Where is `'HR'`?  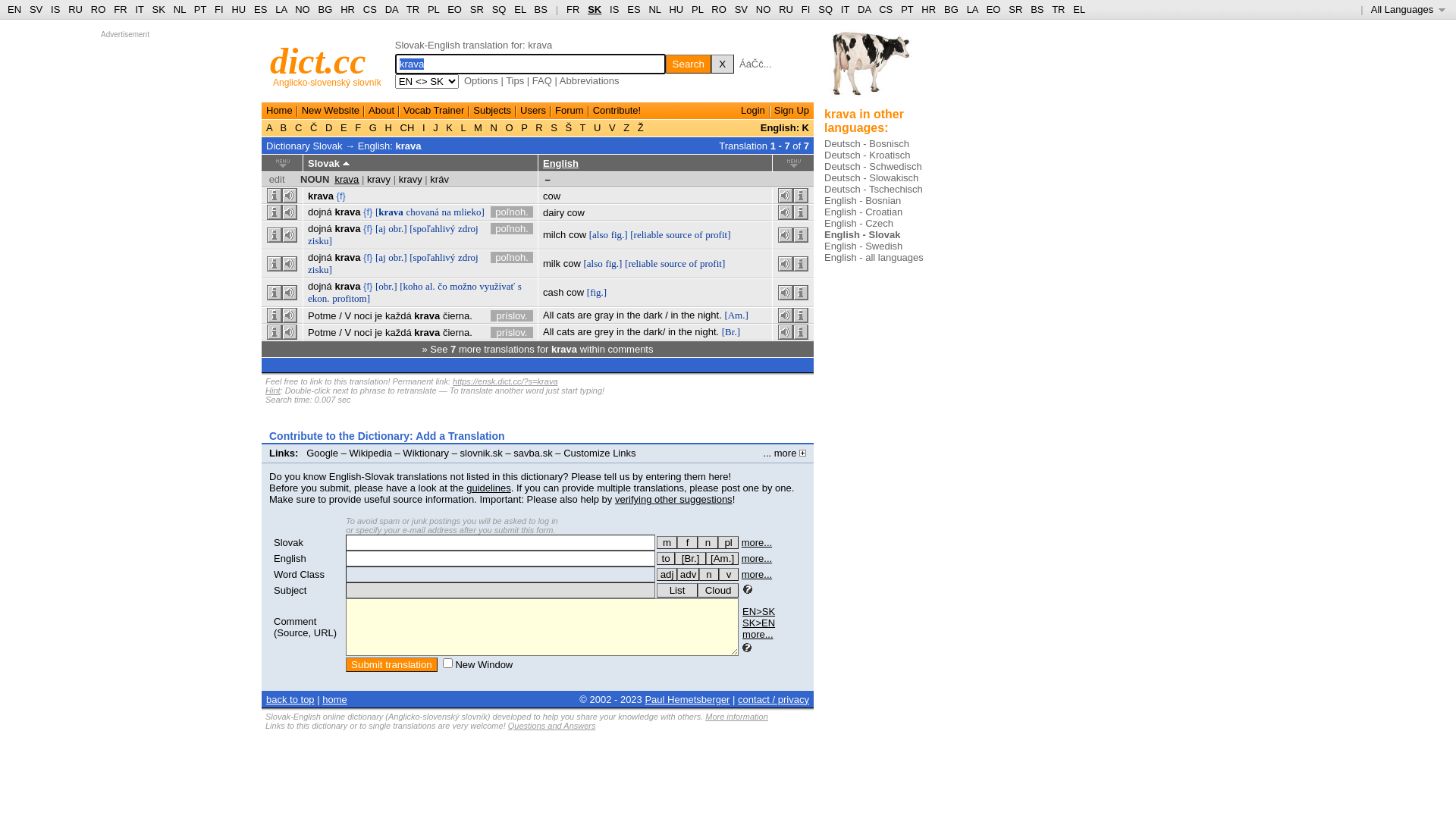 'HR' is located at coordinates (920, 9).